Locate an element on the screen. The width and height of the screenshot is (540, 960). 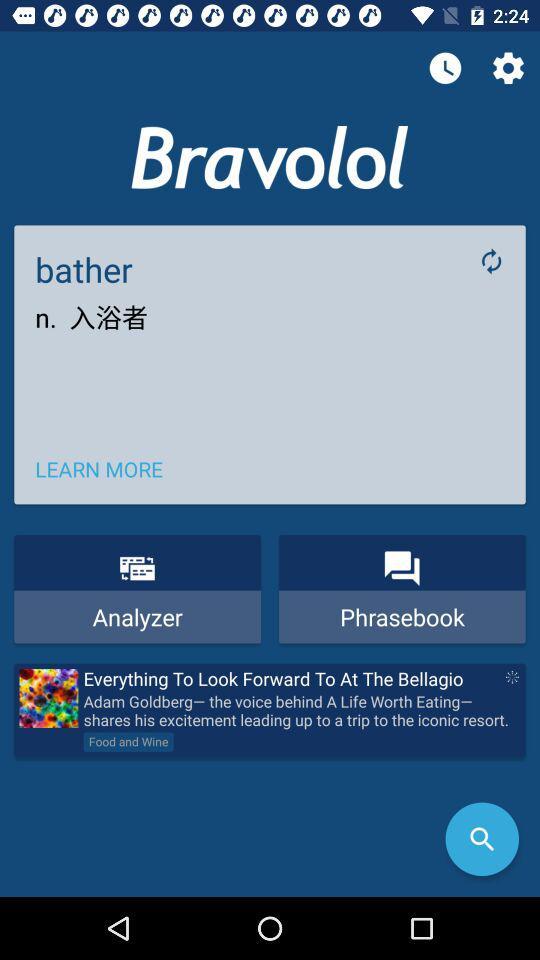
move to the icon above phrasebook is located at coordinates (401, 568).